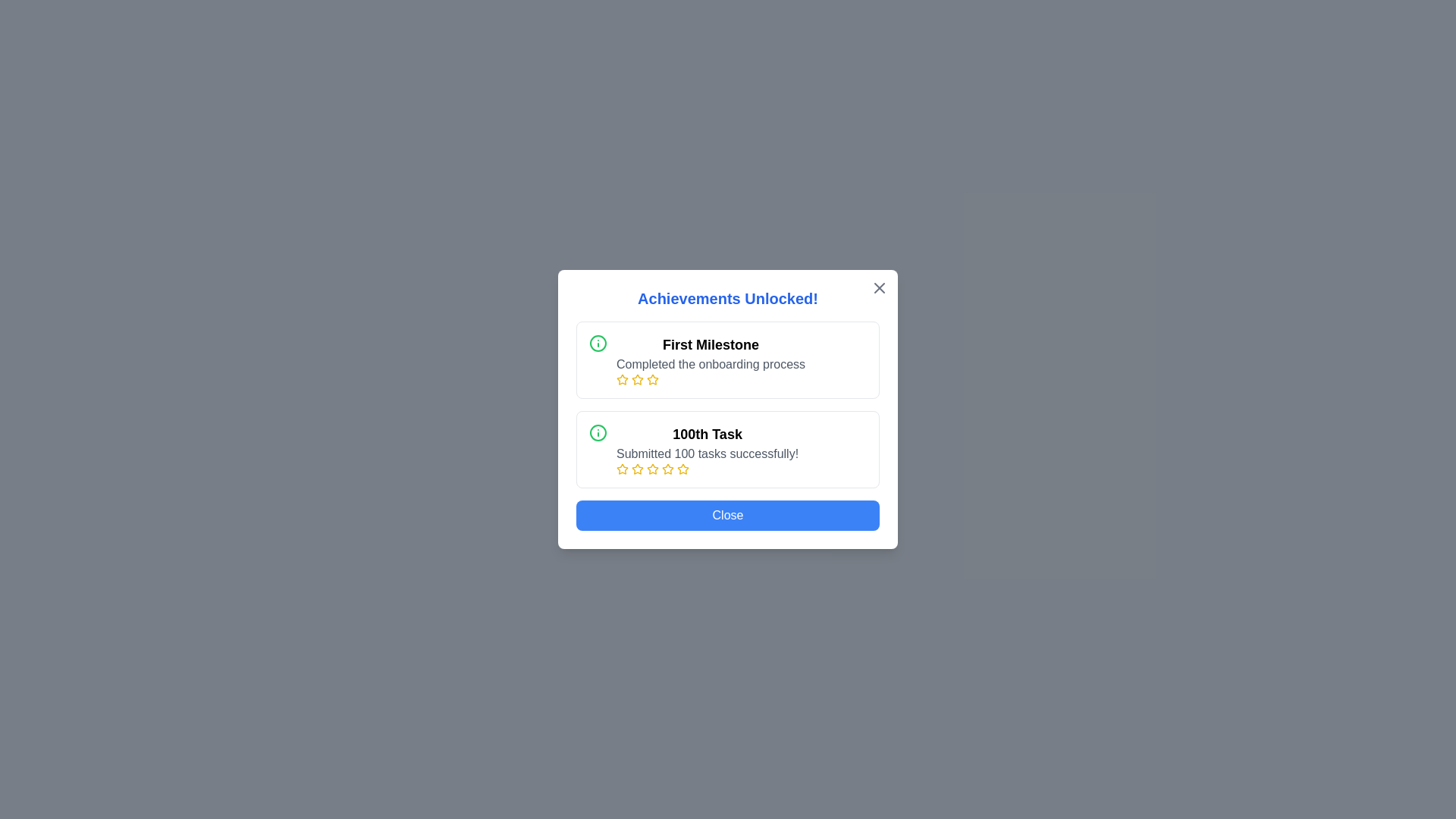 The height and width of the screenshot is (819, 1456). Describe the element at coordinates (597, 343) in the screenshot. I see `the SVG graphical component that visually conveys the 'information' about the '100th Task' milestone achievement, which is part of the icon indicating the type of milestone` at that location.